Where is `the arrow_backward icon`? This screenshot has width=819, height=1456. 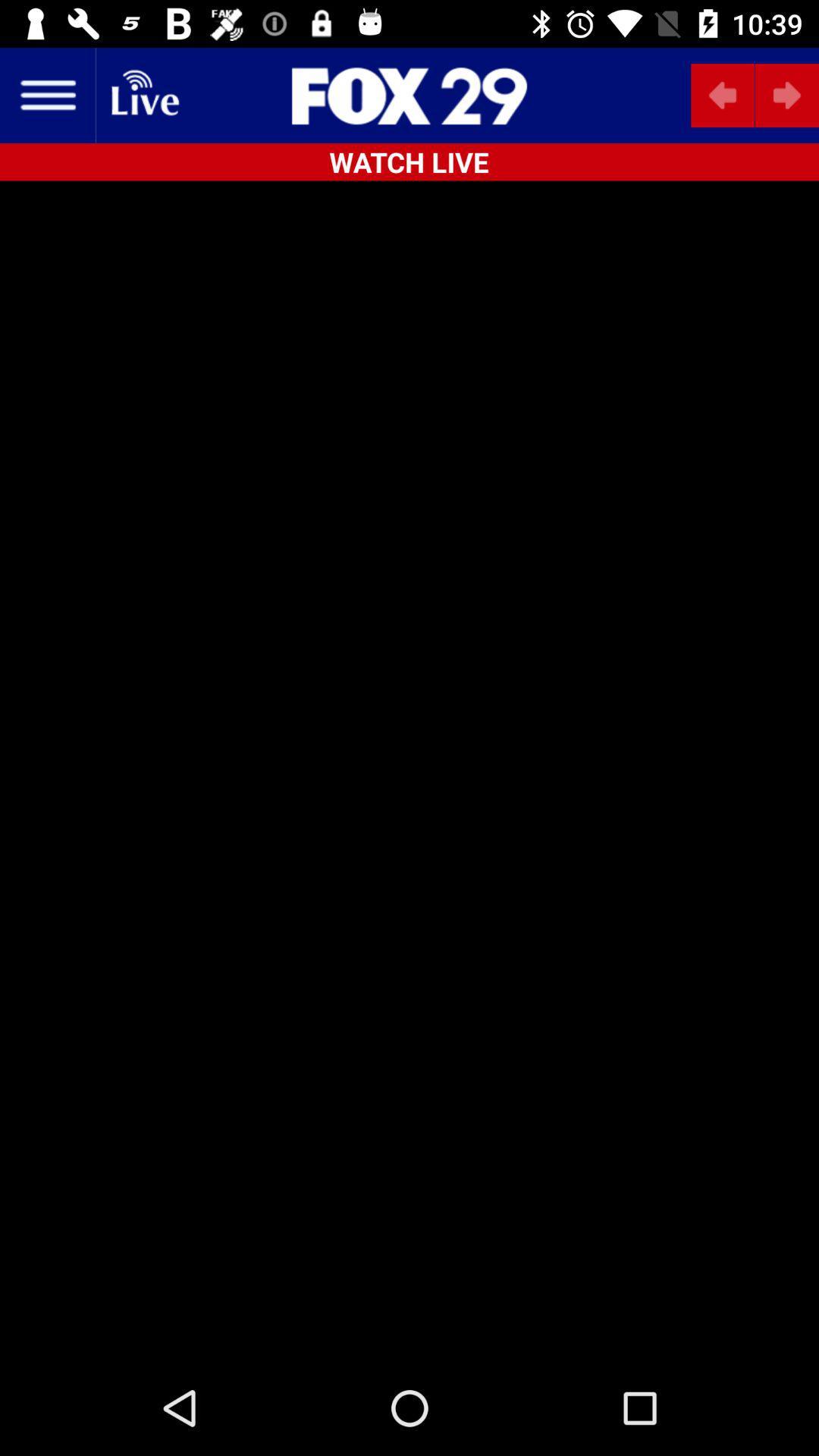 the arrow_backward icon is located at coordinates (722, 94).